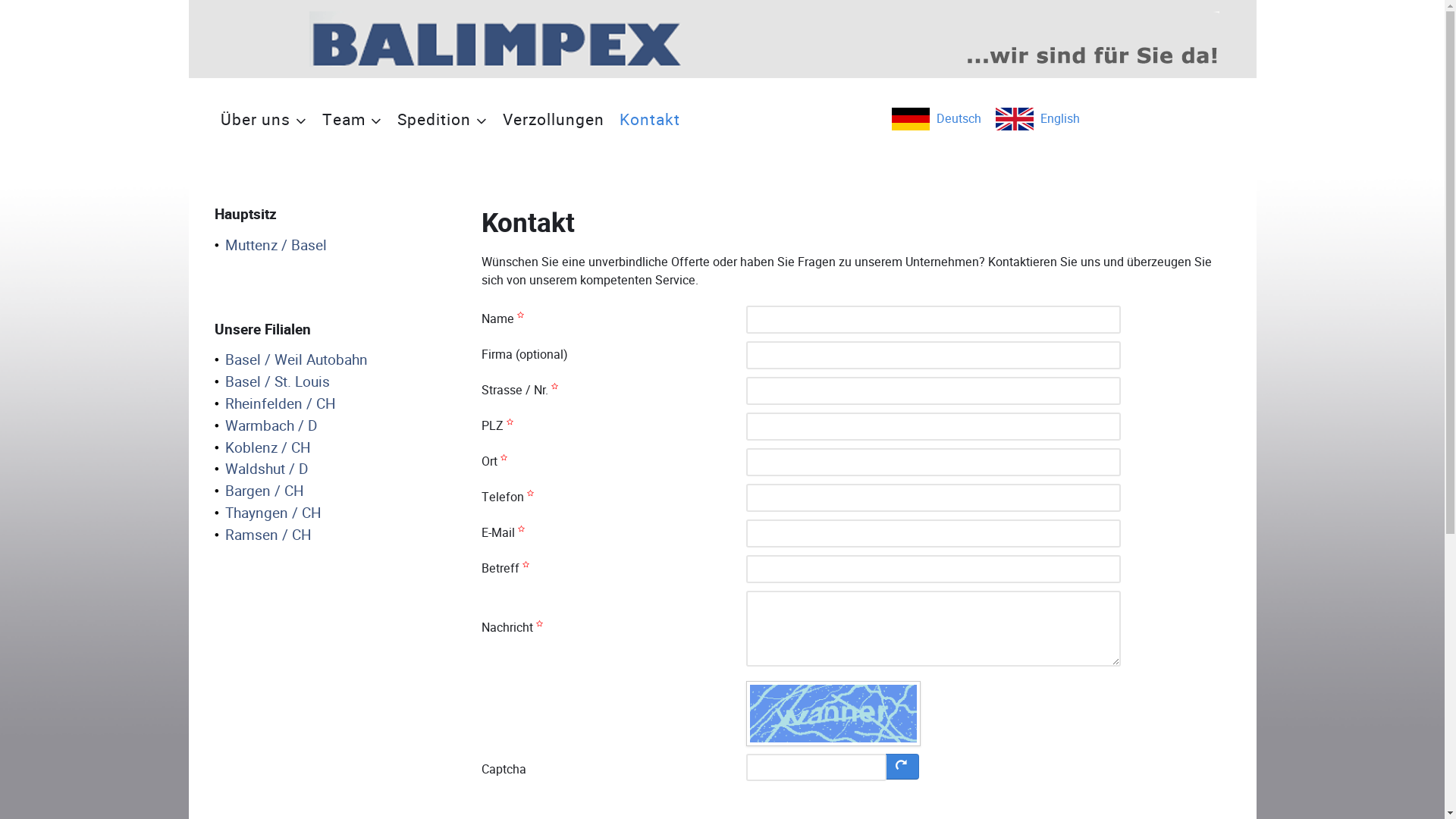 The width and height of the screenshot is (1456, 819). I want to click on 'Rheinfelden / CH', so click(275, 403).